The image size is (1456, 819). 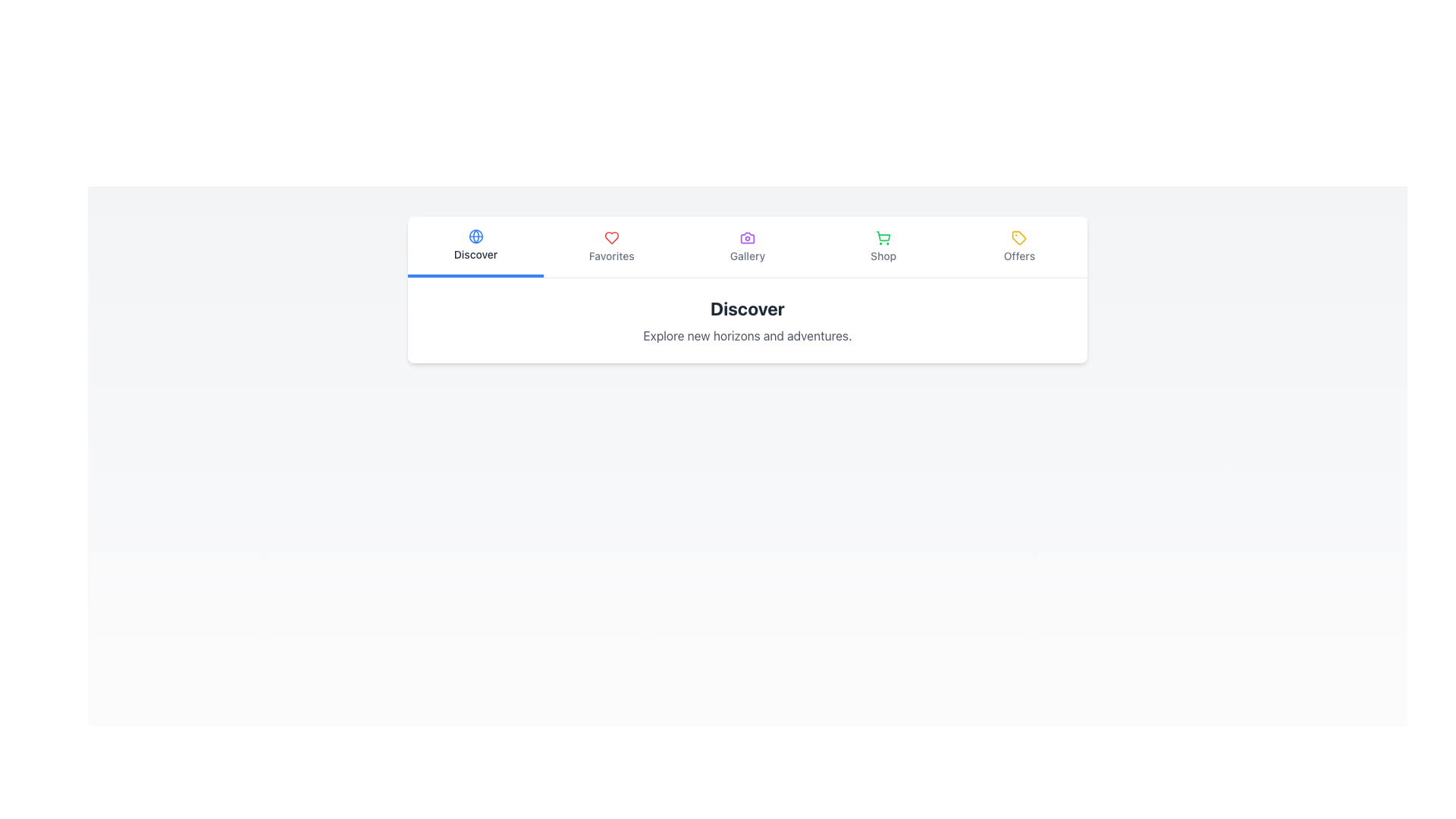 I want to click on the navigation button with a red heart icon labeled 'Favorites', so click(x=611, y=246).